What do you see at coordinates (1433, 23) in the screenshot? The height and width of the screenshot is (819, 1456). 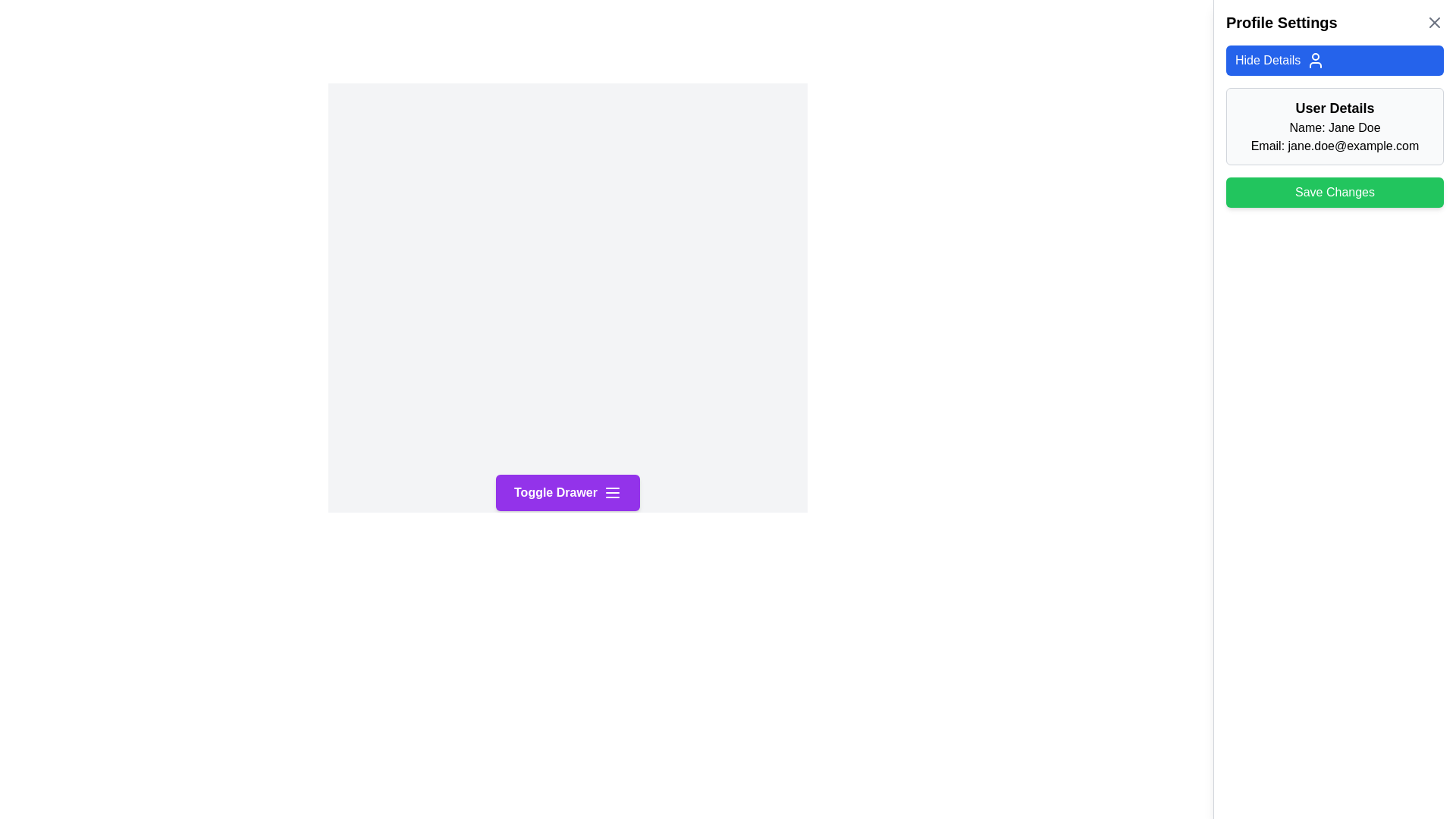 I see `the 'X' shaped close button located at the top-right corner of the 'Profile Settings' header section` at bounding box center [1433, 23].